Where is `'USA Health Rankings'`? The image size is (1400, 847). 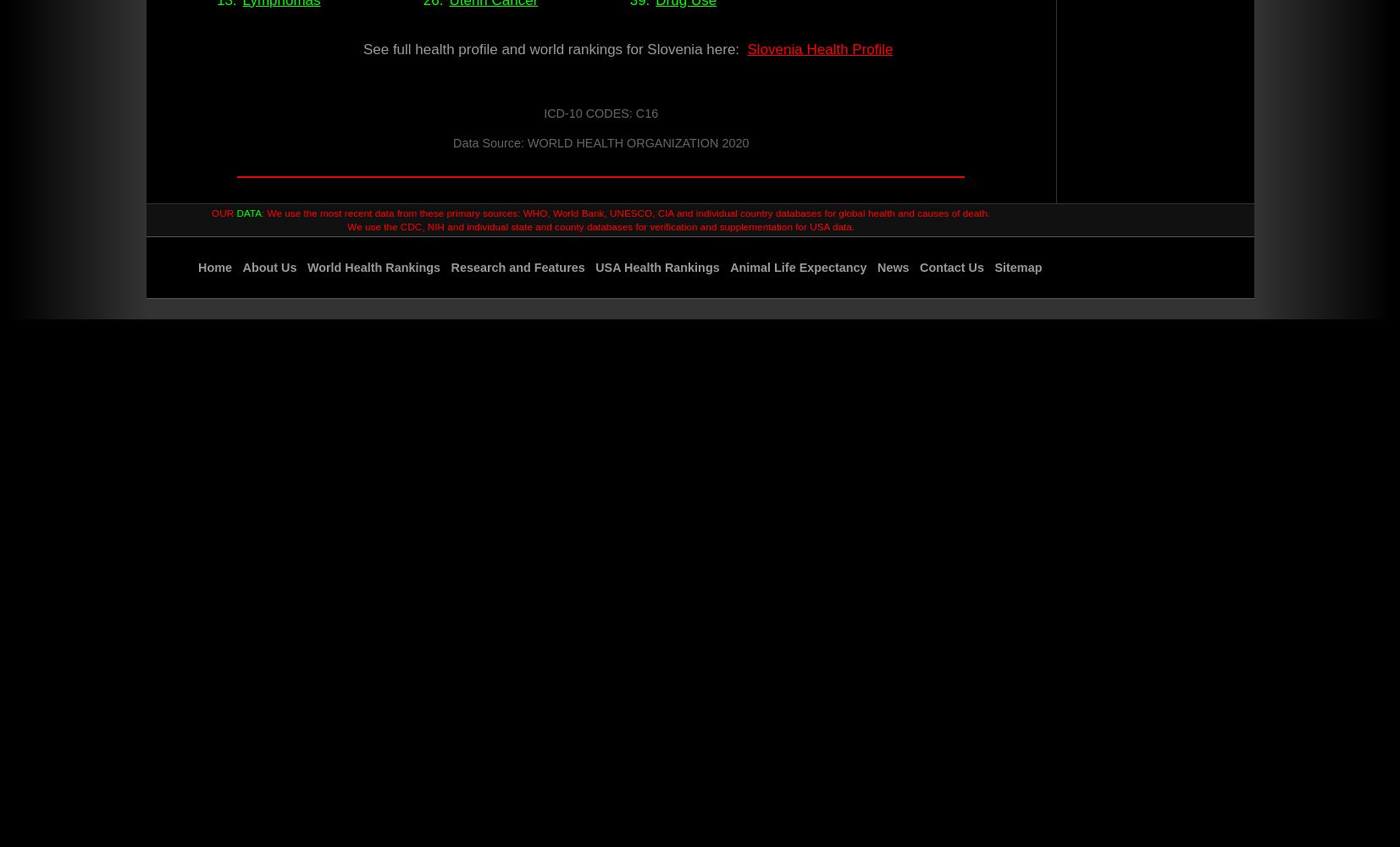 'USA Health Rankings' is located at coordinates (656, 266).